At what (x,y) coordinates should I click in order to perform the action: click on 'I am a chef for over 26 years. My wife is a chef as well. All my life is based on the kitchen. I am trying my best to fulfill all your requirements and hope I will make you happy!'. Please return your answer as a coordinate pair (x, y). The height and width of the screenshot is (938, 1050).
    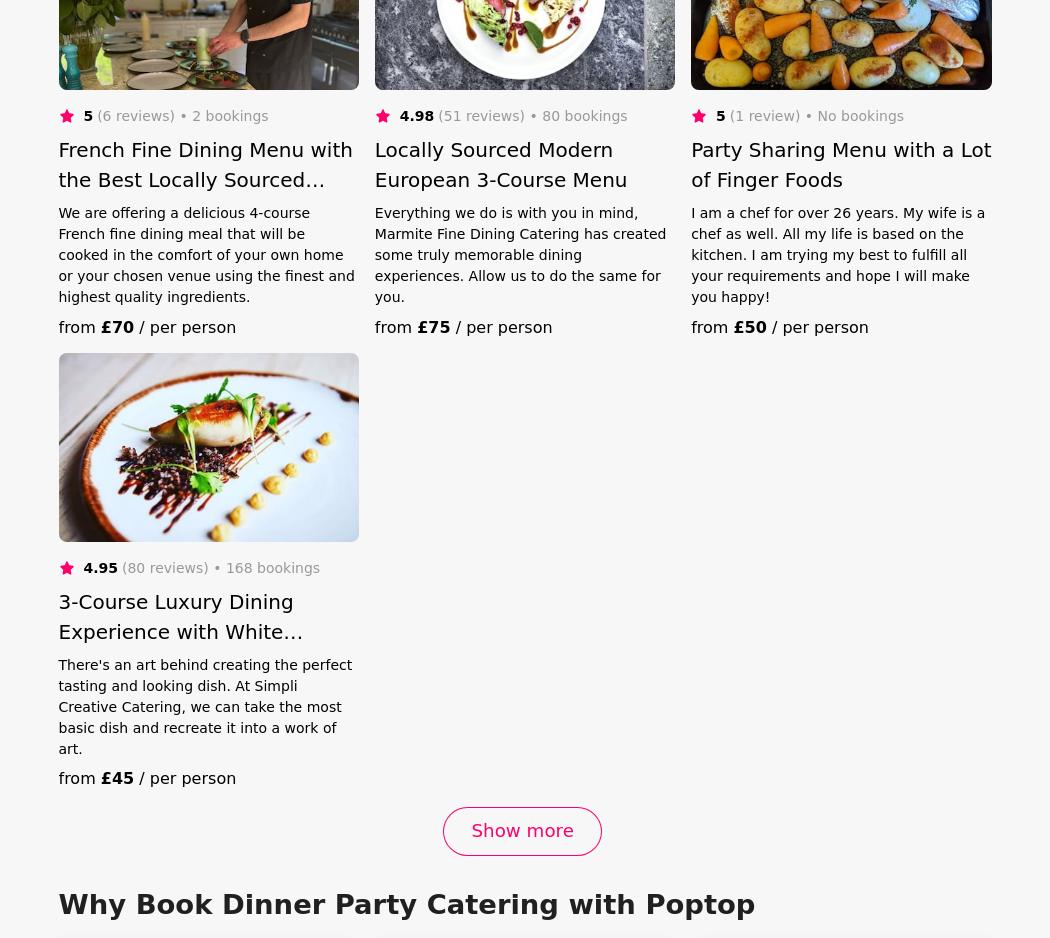
    Looking at the image, I should click on (838, 253).